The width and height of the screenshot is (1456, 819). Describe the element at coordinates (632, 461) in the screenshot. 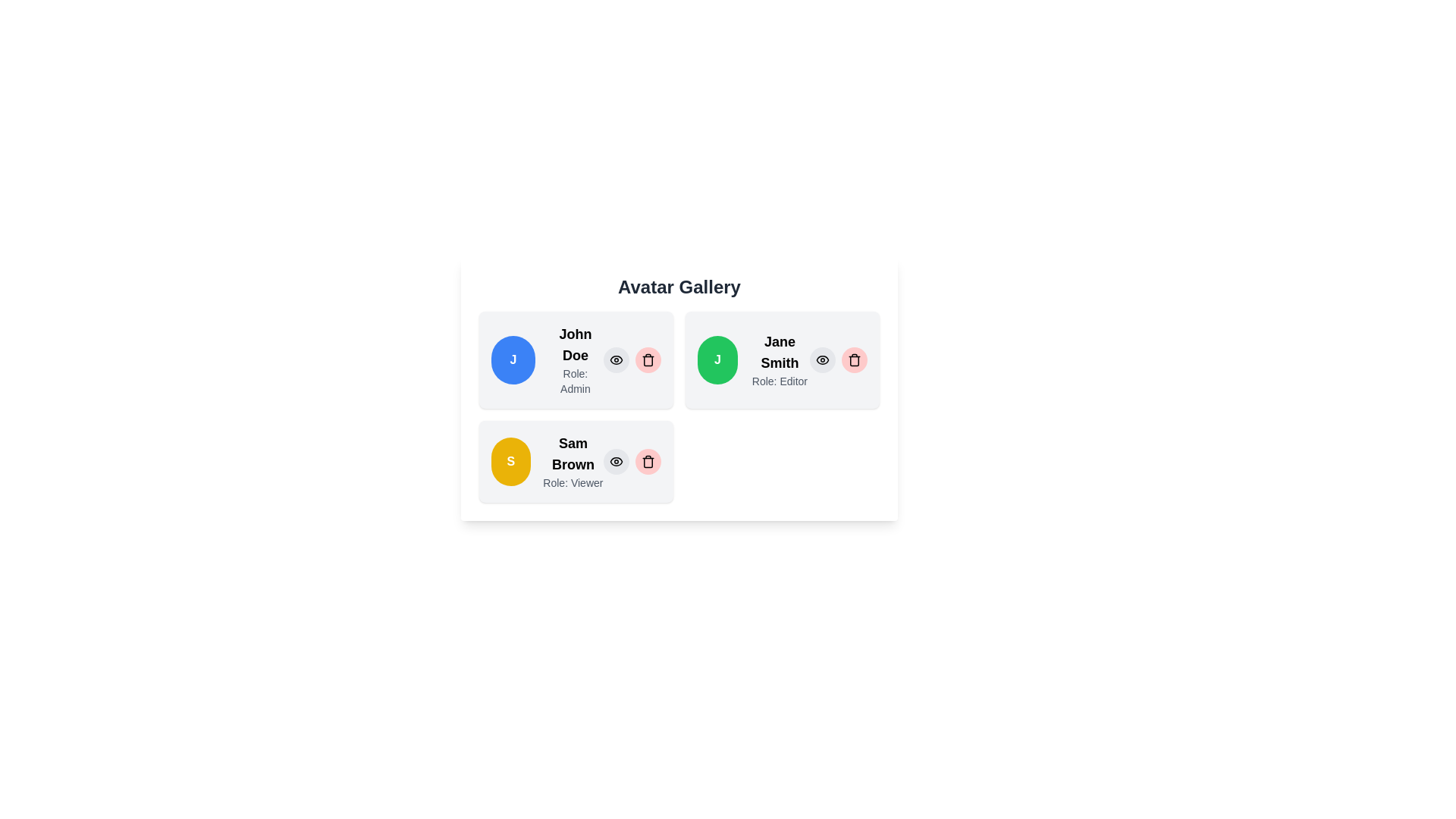

I see `the left button with an eye icon in the Group of interactive buttons for the 'Sam Brown' entry` at that location.